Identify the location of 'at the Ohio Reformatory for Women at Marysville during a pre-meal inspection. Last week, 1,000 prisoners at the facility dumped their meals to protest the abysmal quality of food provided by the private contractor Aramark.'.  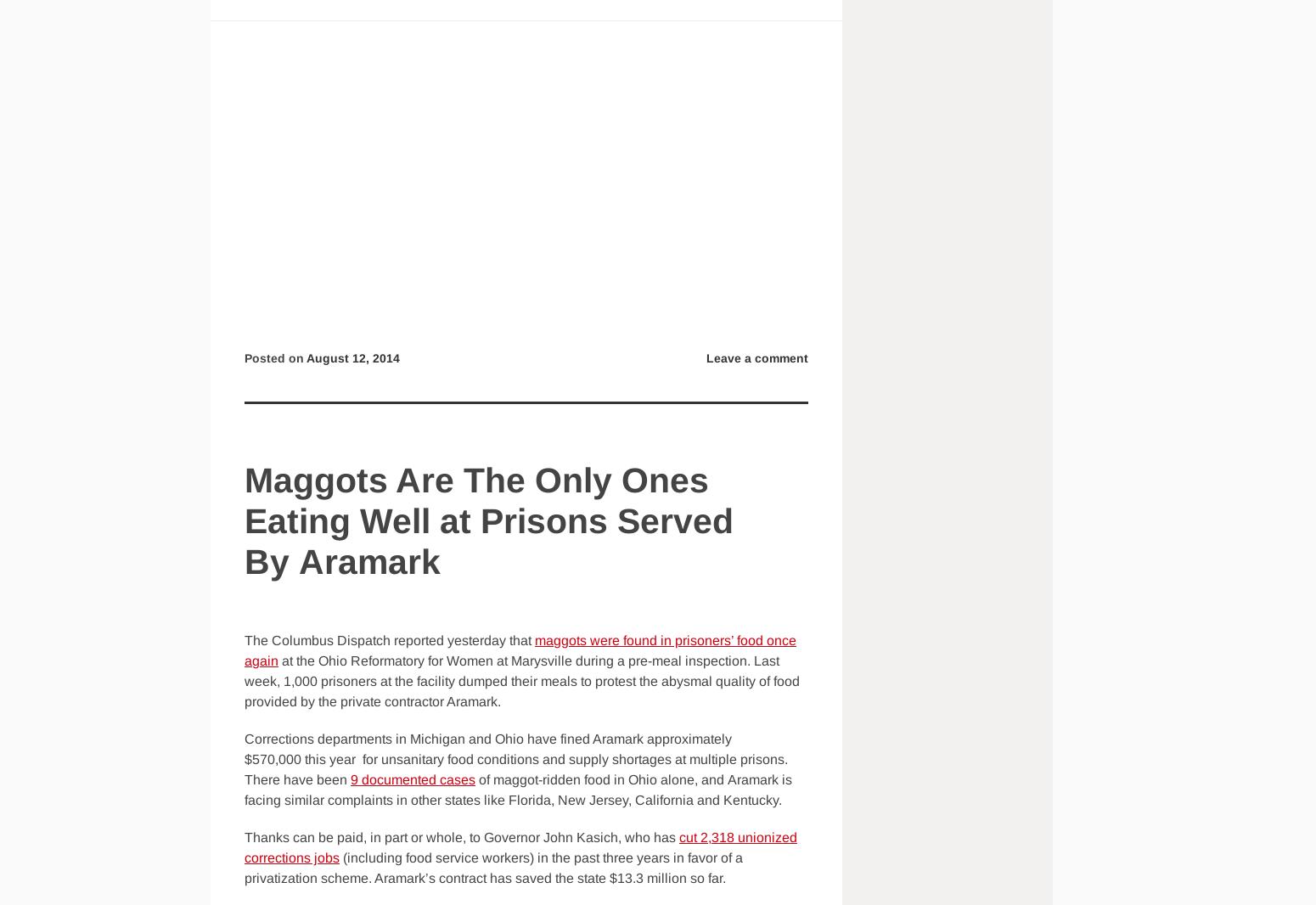
(522, 681).